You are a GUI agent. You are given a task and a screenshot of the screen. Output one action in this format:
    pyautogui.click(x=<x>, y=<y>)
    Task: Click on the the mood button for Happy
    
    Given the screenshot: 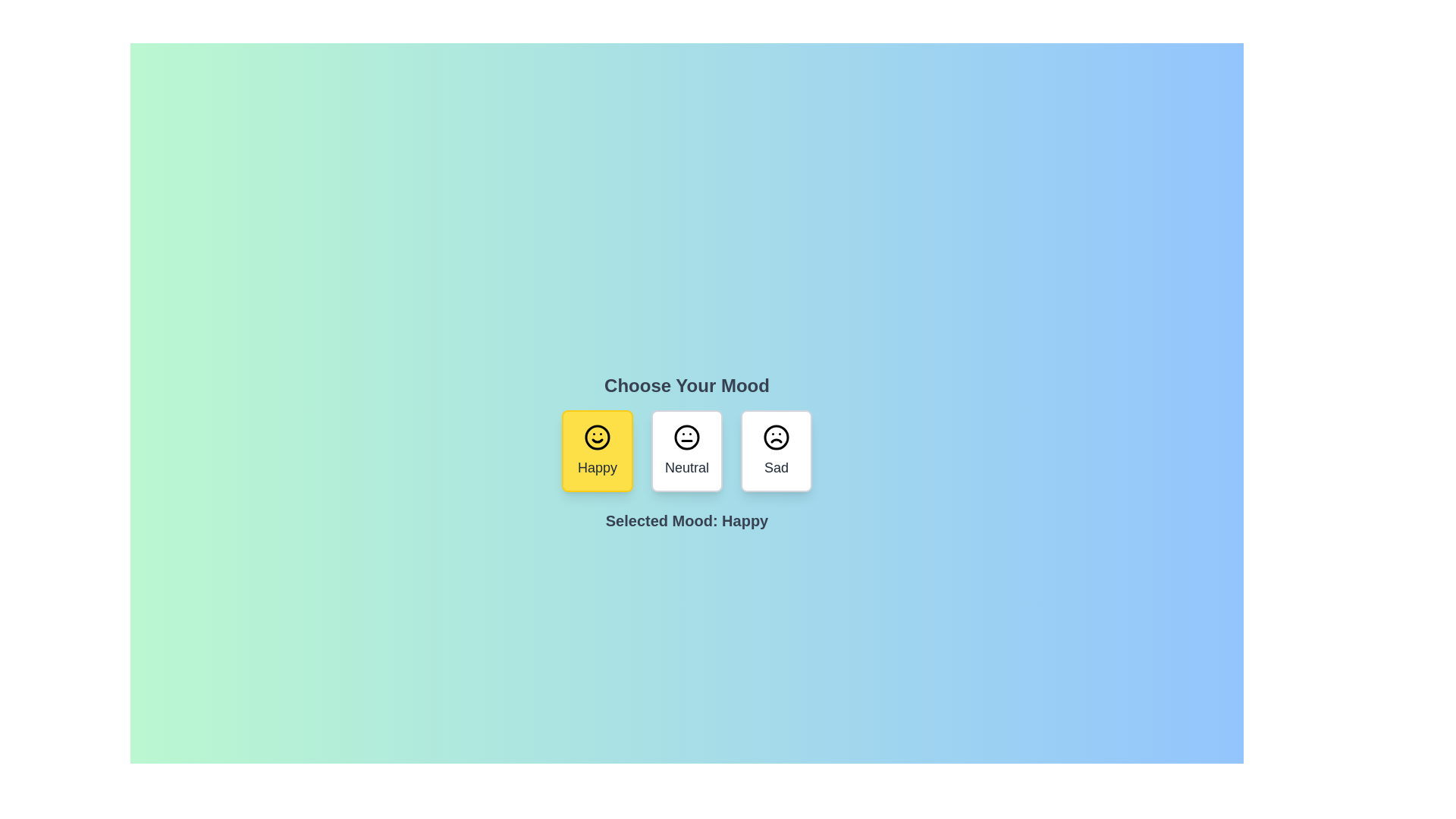 What is the action you would take?
    pyautogui.click(x=596, y=450)
    